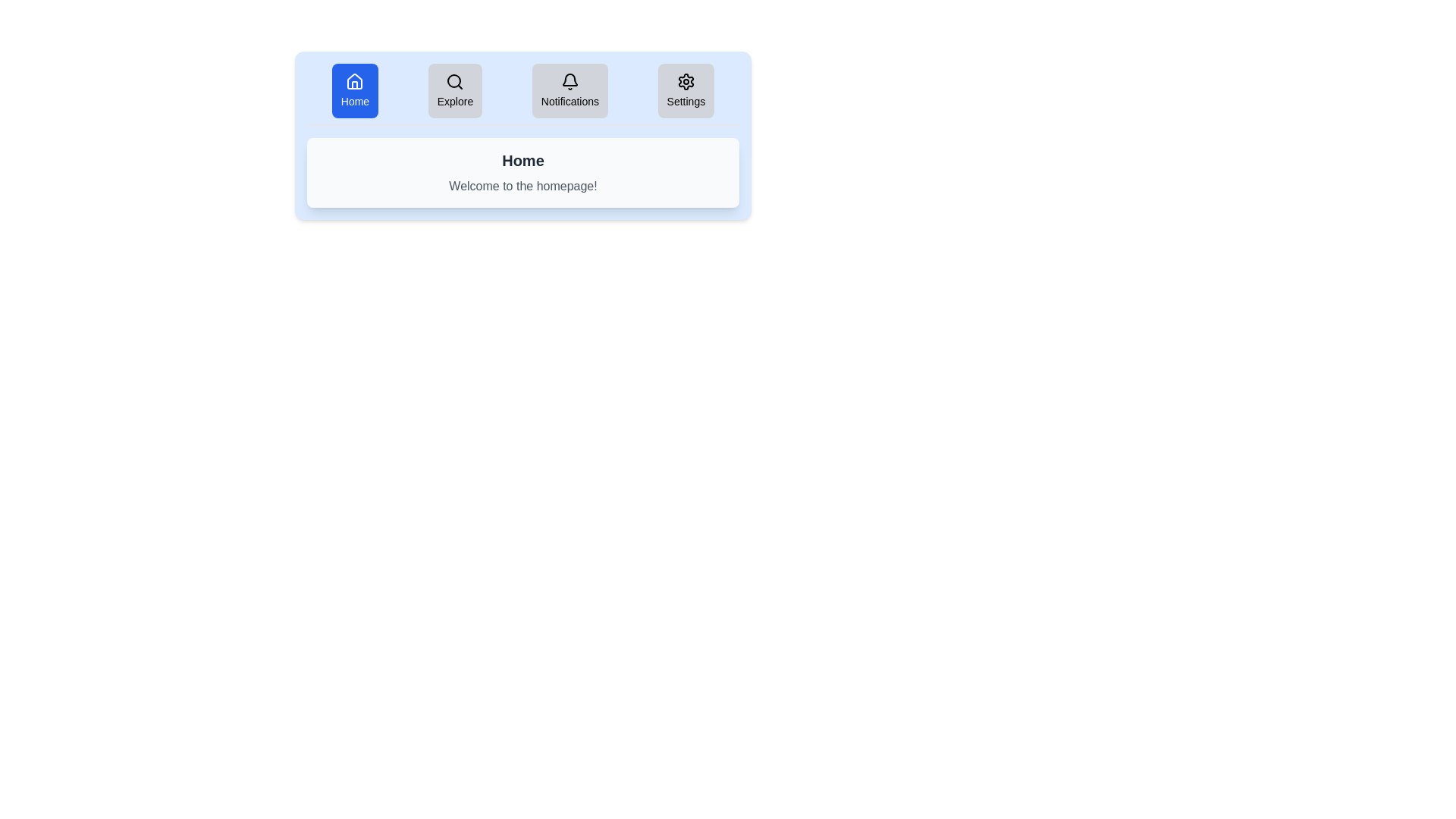 This screenshot has height=819, width=1456. What do you see at coordinates (686, 90) in the screenshot?
I see `the tab button labeled Settings` at bounding box center [686, 90].